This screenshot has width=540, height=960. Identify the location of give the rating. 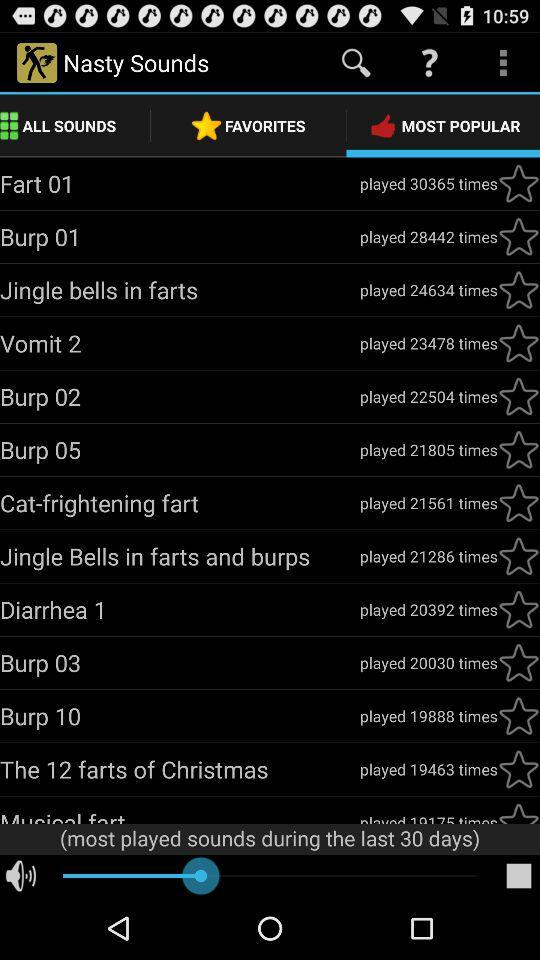
(518, 502).